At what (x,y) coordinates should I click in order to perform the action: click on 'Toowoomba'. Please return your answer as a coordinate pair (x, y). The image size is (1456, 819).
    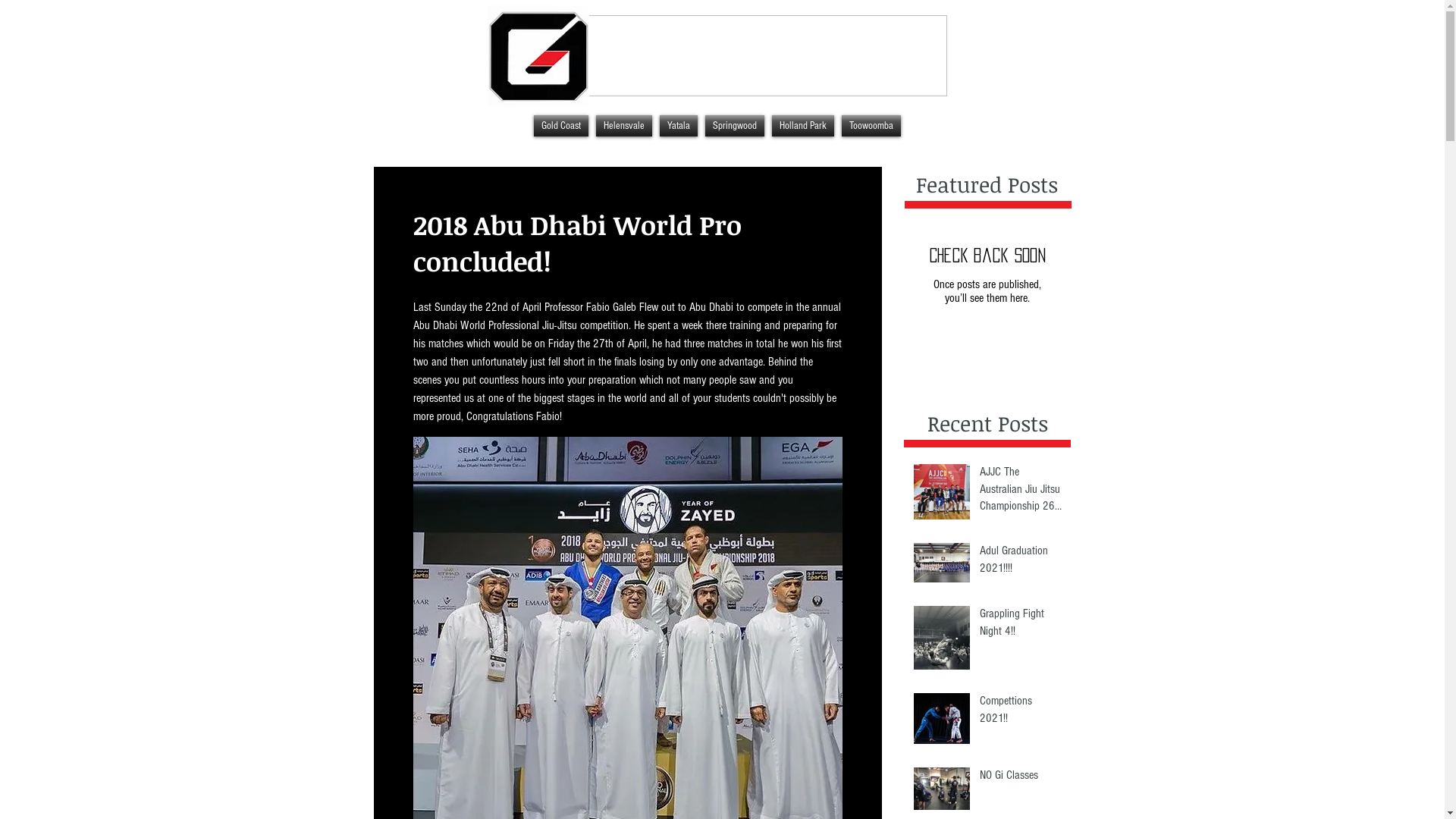
    Looking at the image, I should click on (870, 124).